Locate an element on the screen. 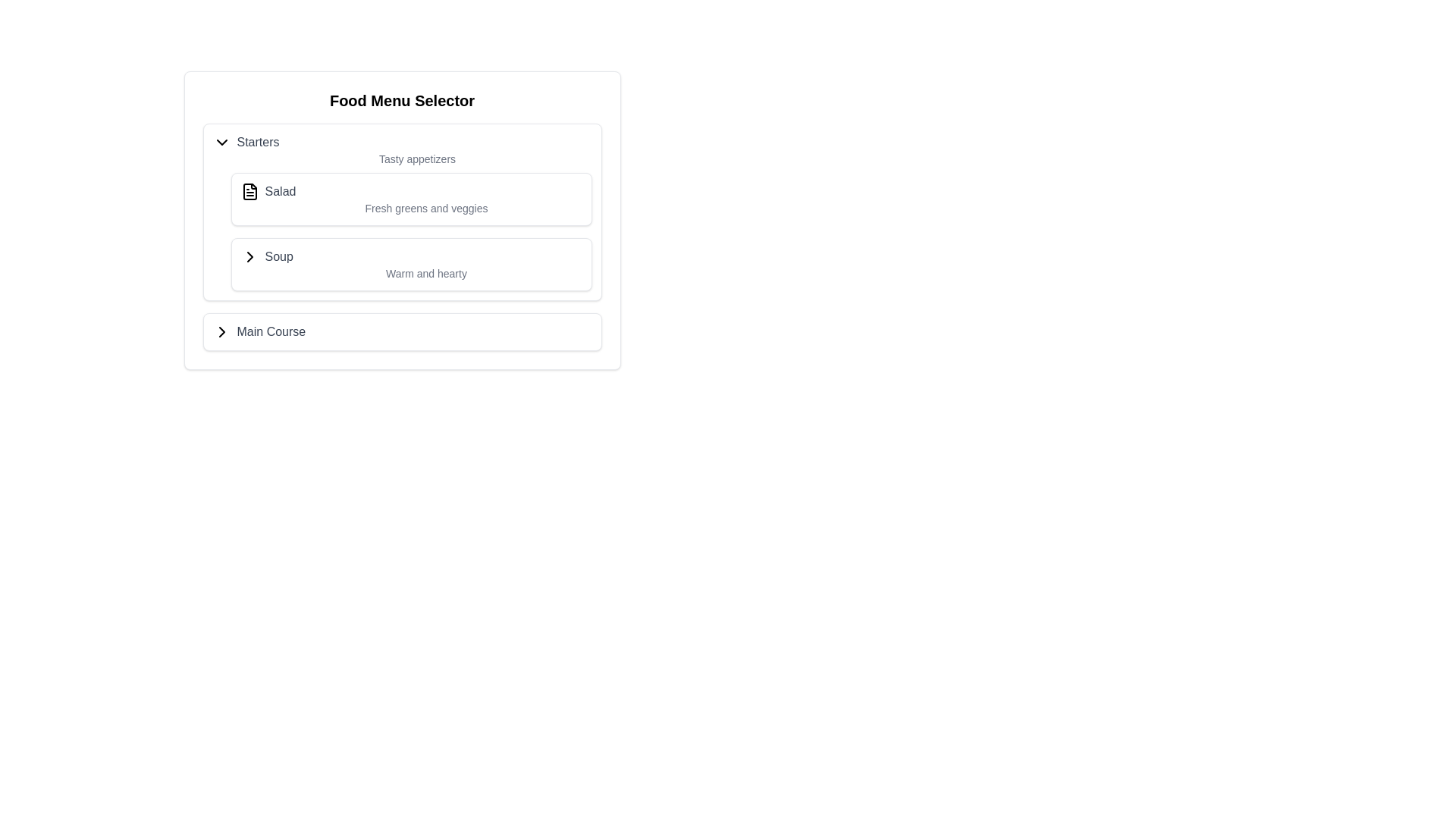 The image size is (1456, 819). the 'Main Course' text label, which is styled in dark gray and indicates a collapsible menu item adjacent to a chevron icon is located at coordinates (271, 331).